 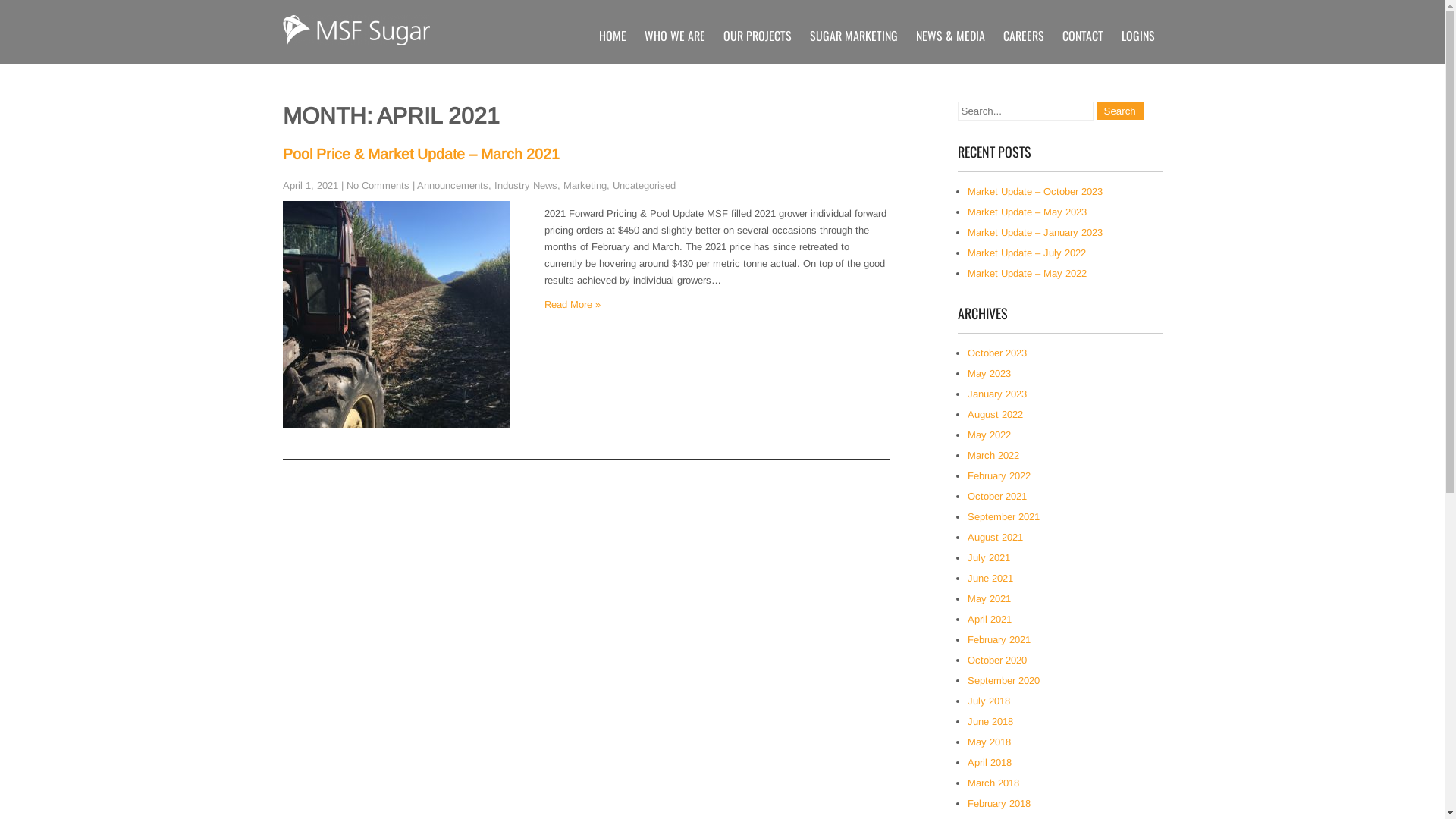 What do you see at coordinates (801, 34) in the screenshot?
I see `'SUGAR MARKETING'` at bounding box center [801, 34].